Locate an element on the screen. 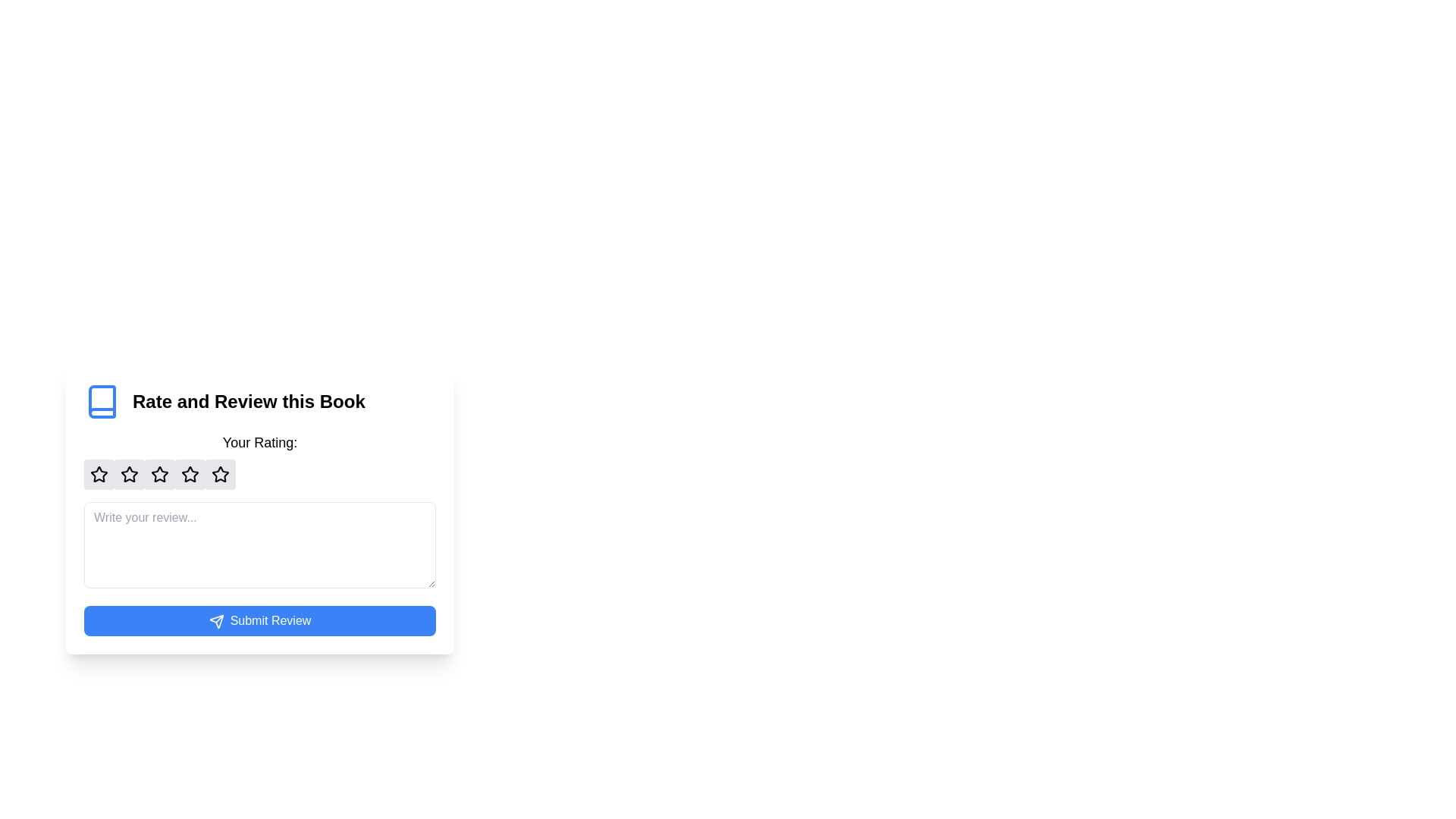  to select text in the rectangular text area with placeholder 'Write your review...' located above the 'Submit Review' button is located at coordinates (259, 548).